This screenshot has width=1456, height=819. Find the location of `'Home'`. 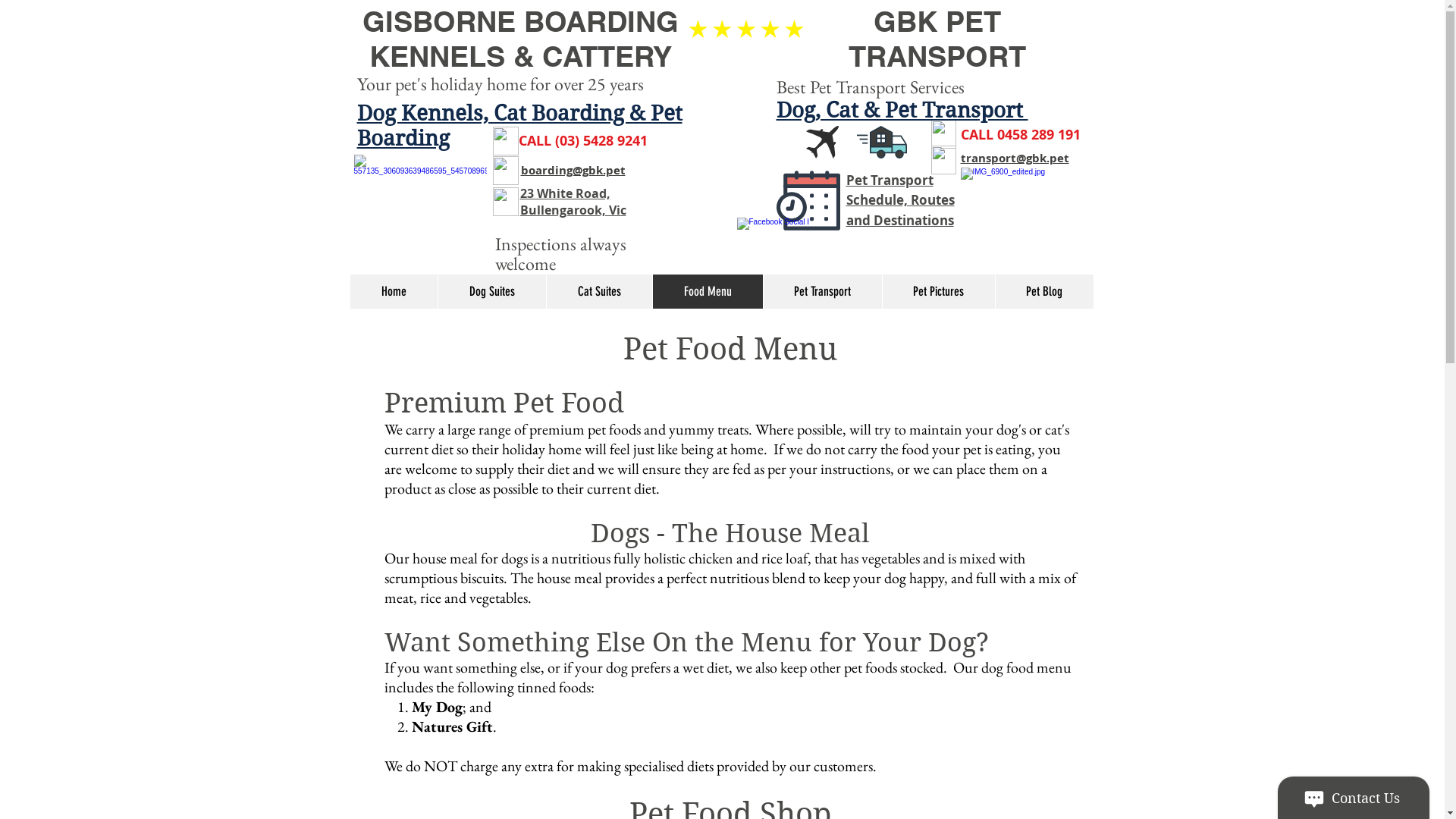

'Home' is located at coordinates (394, 291).